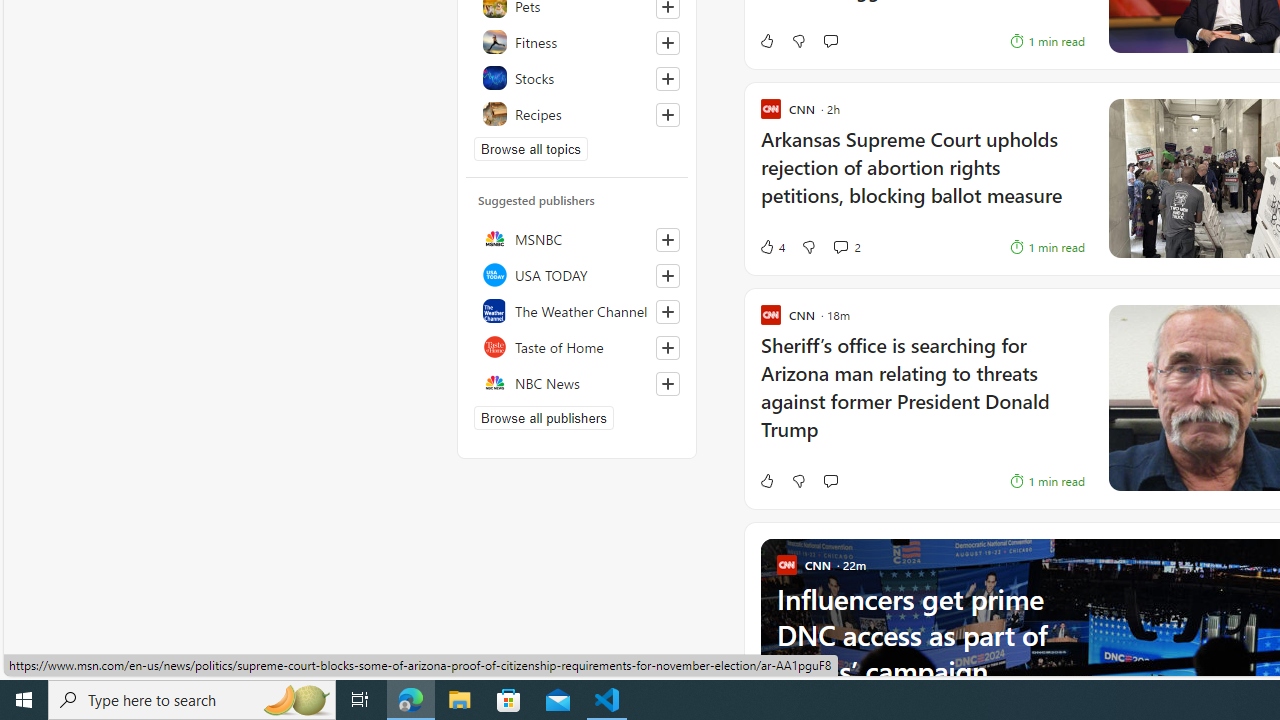  Describe the element at coordinates (797, 480) in the screenshot. I see `'Dislike'` at that location.